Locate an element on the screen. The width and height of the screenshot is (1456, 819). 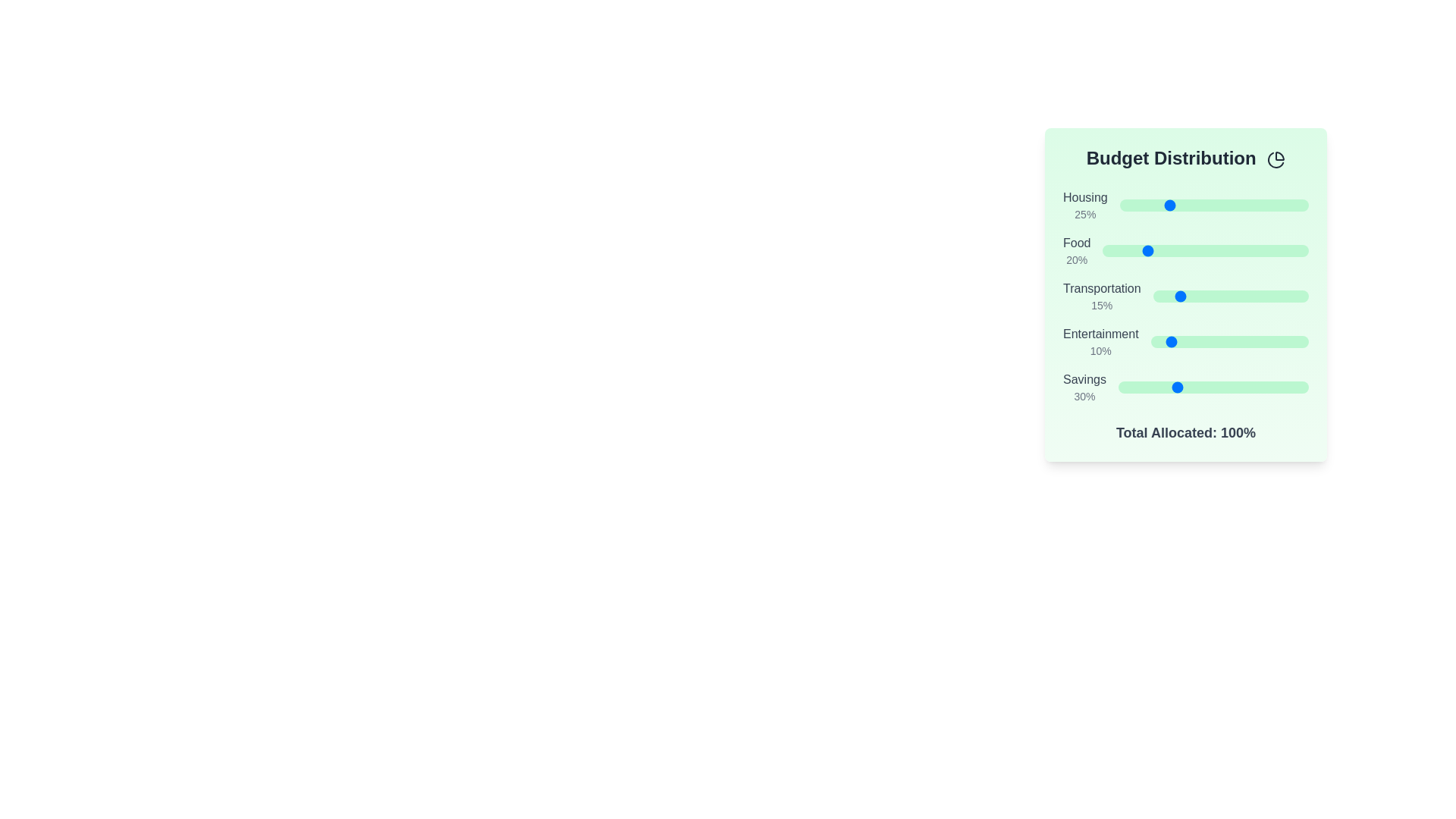
the percentage text for Savings to read it more clearly is located at coordinates (1084, 396).